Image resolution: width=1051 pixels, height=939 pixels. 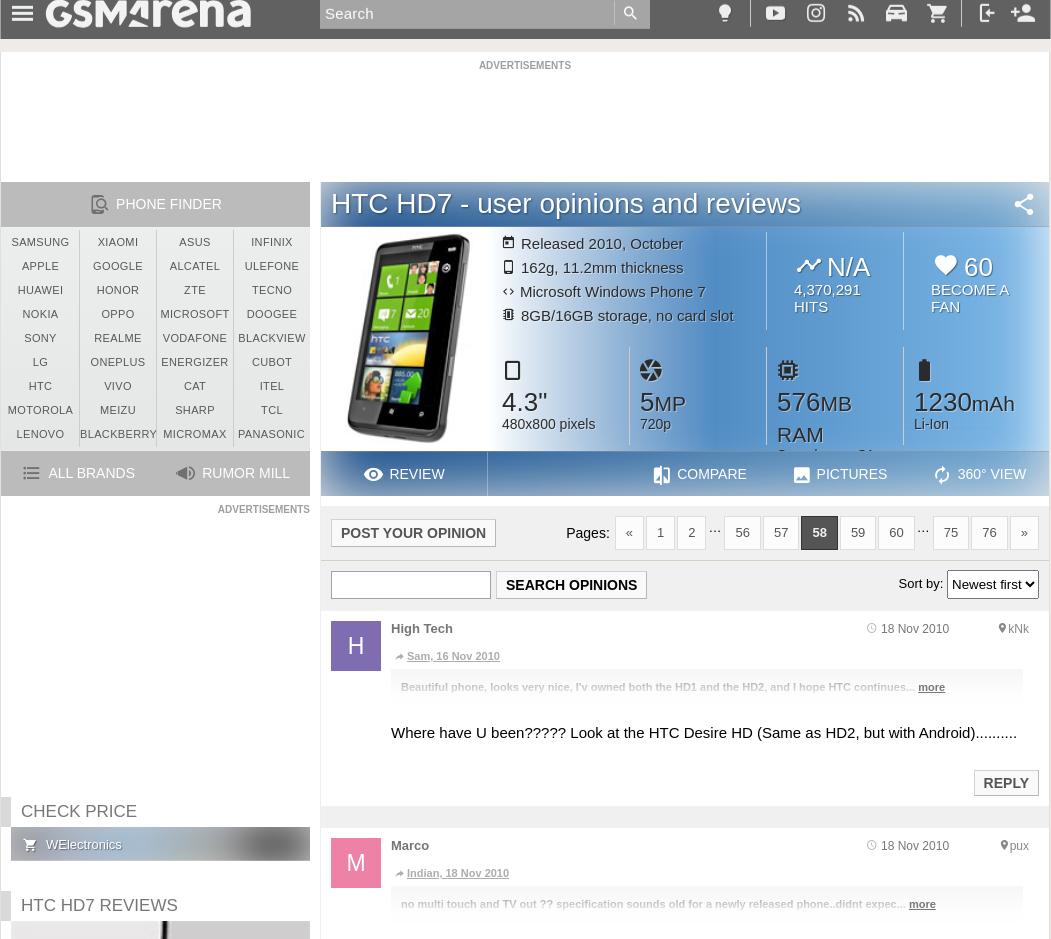 What do you see at coordinates (271, 314) in the screenshot?
I see `'Doogee'` at bounding box center [271, 314].